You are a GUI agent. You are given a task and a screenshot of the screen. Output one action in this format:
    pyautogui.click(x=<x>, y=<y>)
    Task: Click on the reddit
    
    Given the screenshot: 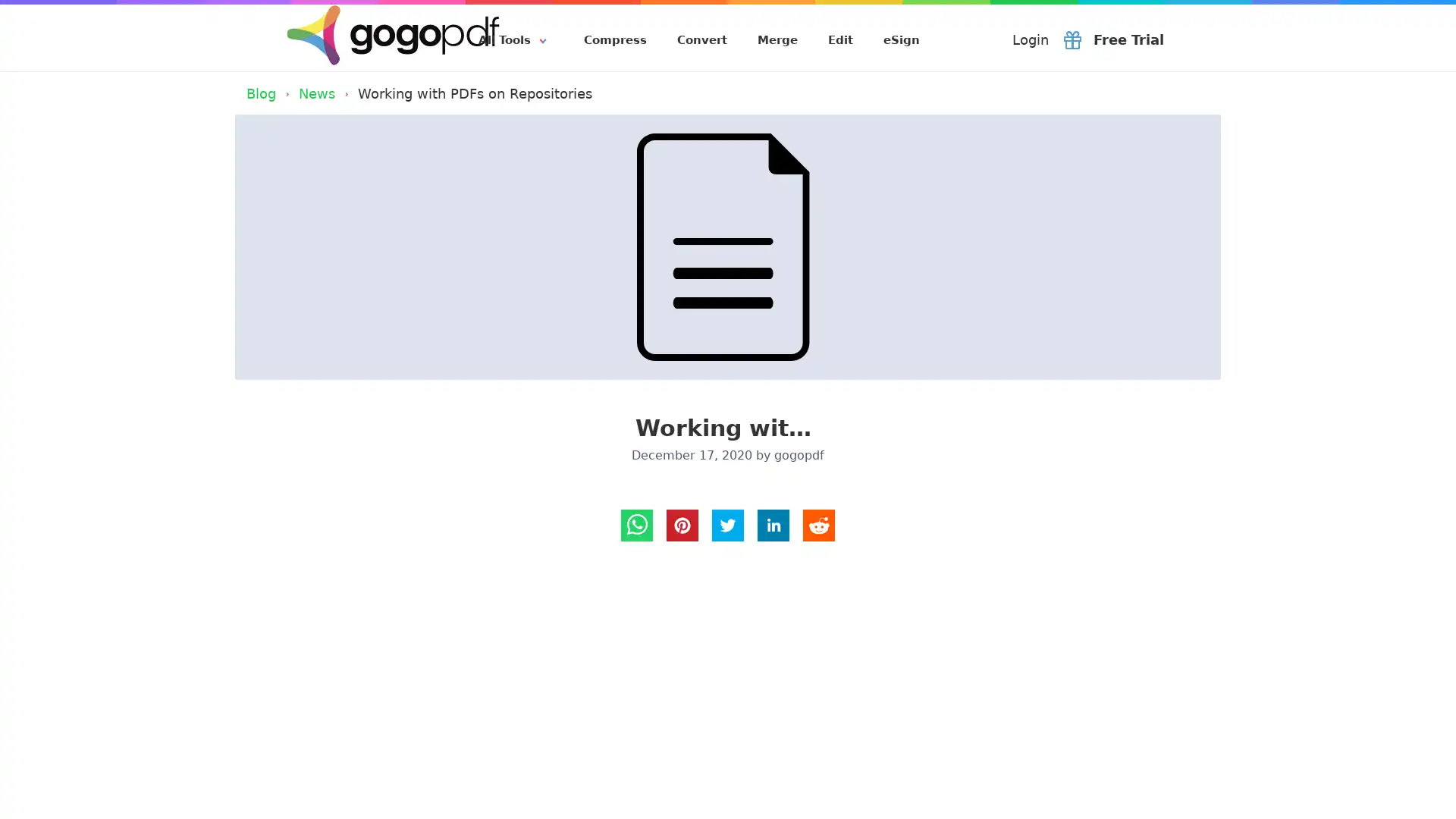 What is the action you would take?
    pyautogui.click(x=818, y=525)
    